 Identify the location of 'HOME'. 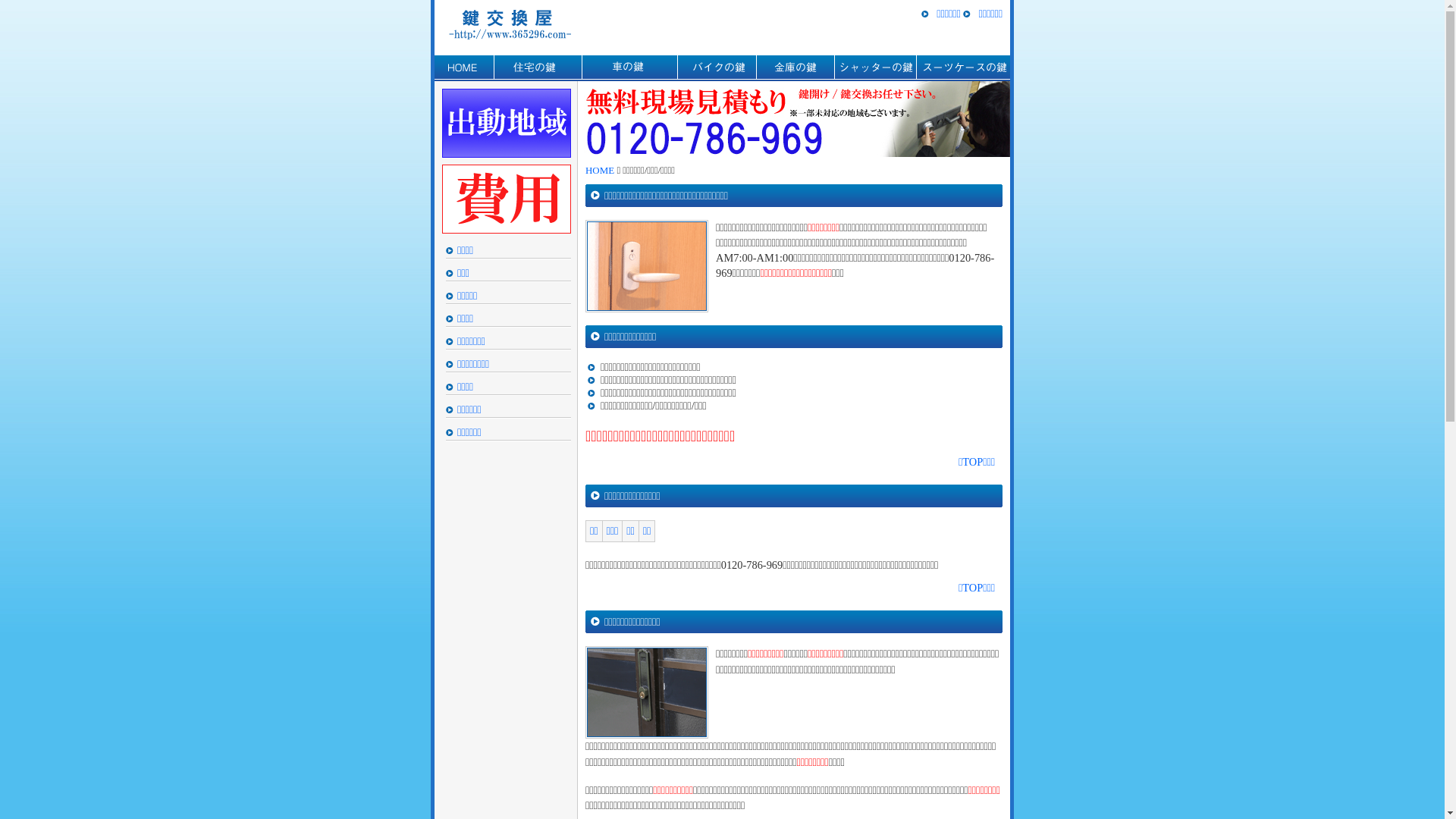
(599, 170).